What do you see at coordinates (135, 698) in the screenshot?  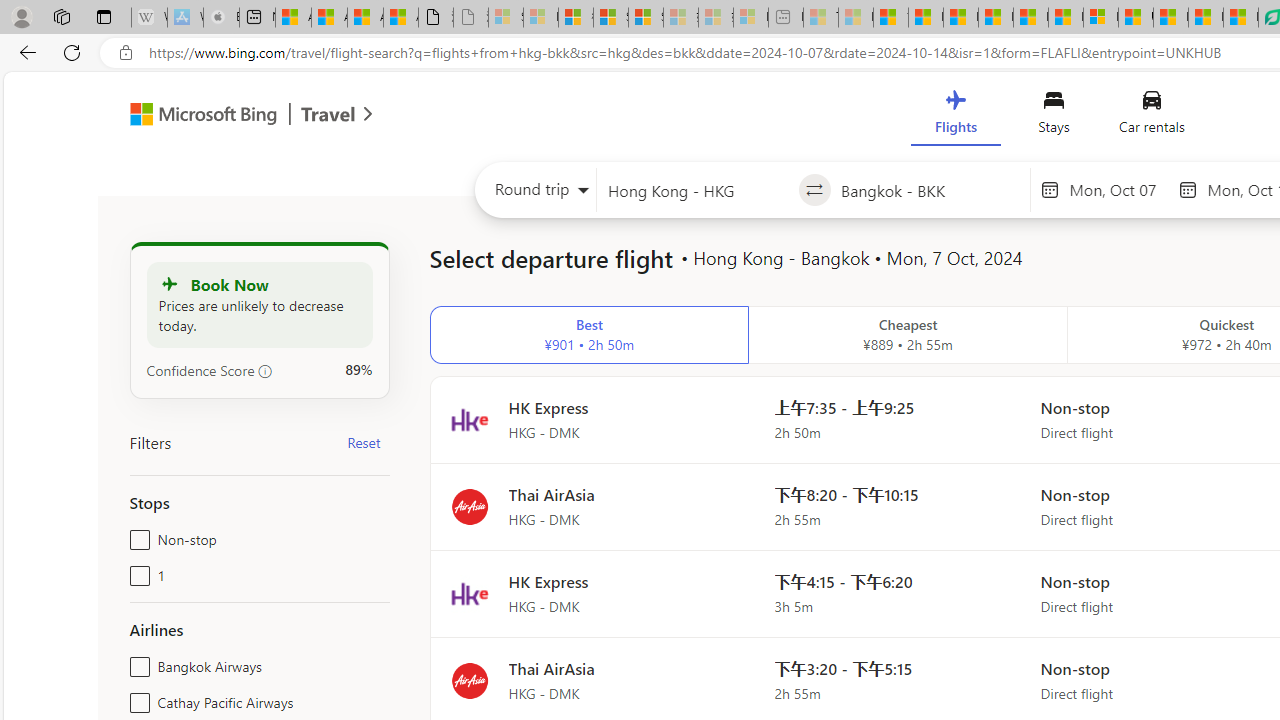 I see `'Cathay Pacific Airways'` at bounding box center [135, 698].